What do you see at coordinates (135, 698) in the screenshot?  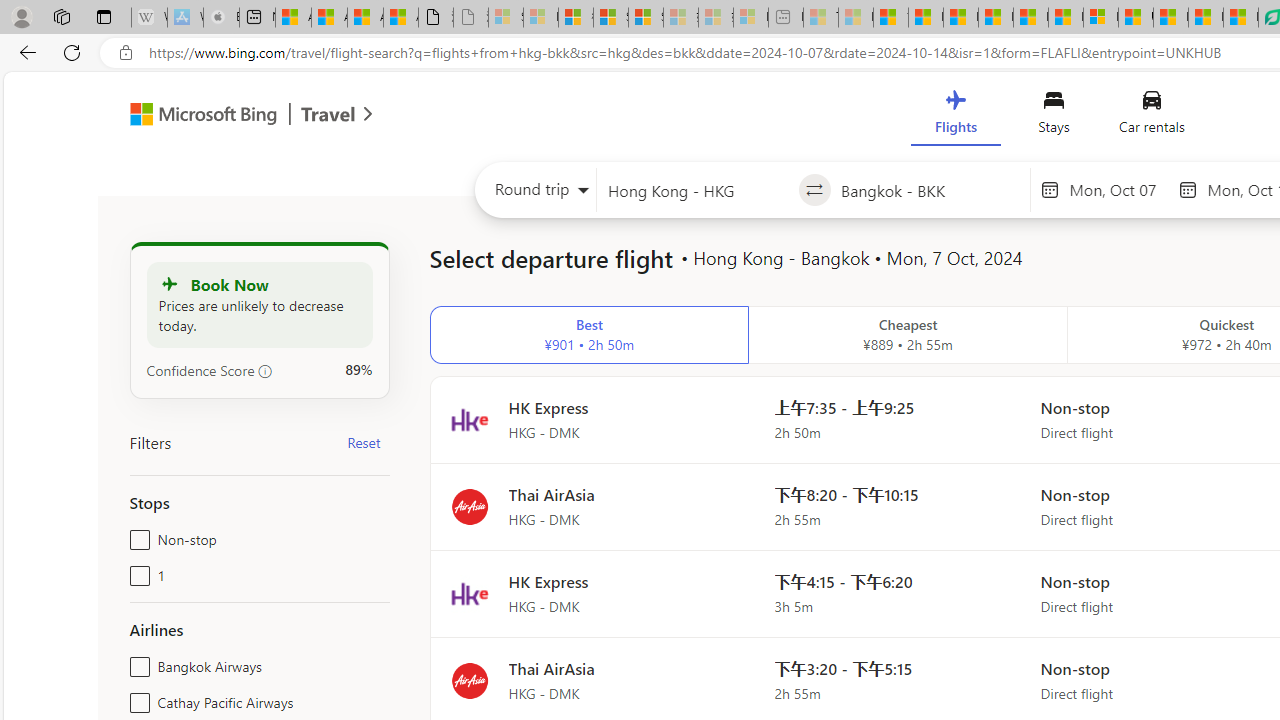 I see `'Cathay Pacific Airways'` at bounding box center [135, 698].